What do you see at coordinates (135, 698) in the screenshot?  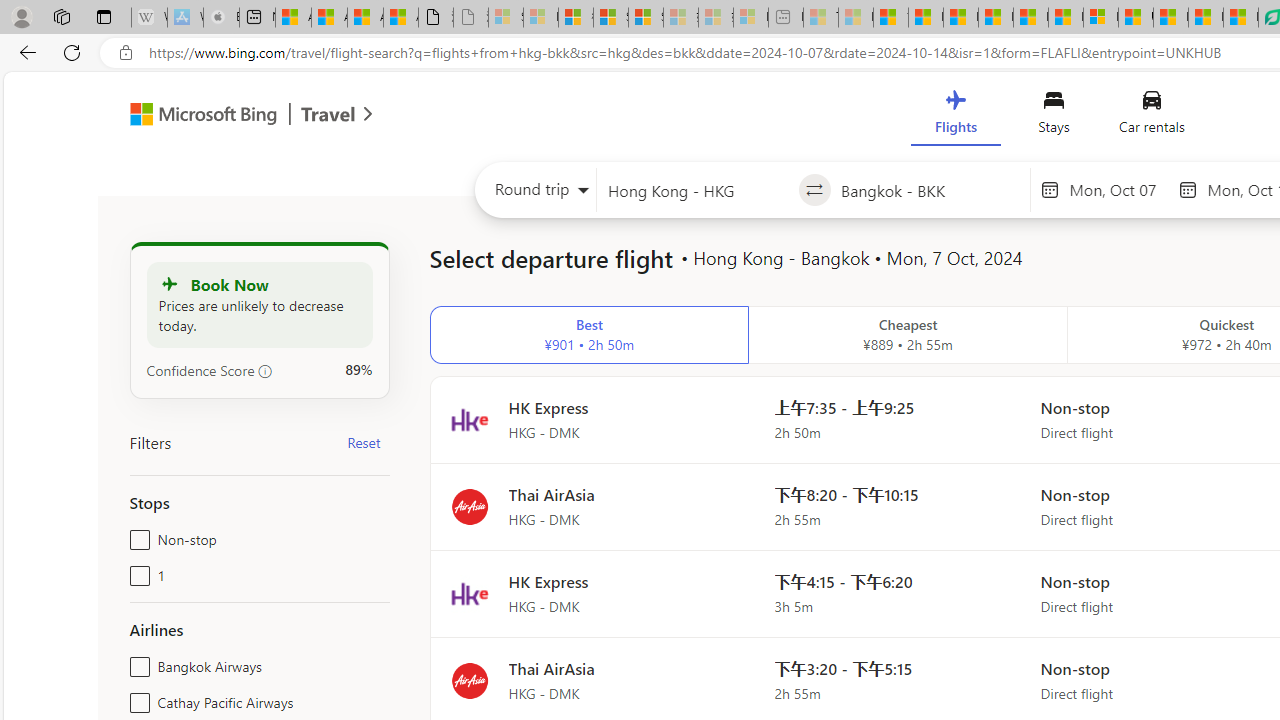 I see `'Cathay Pacific Airways'` at bounding box center [135, 698].